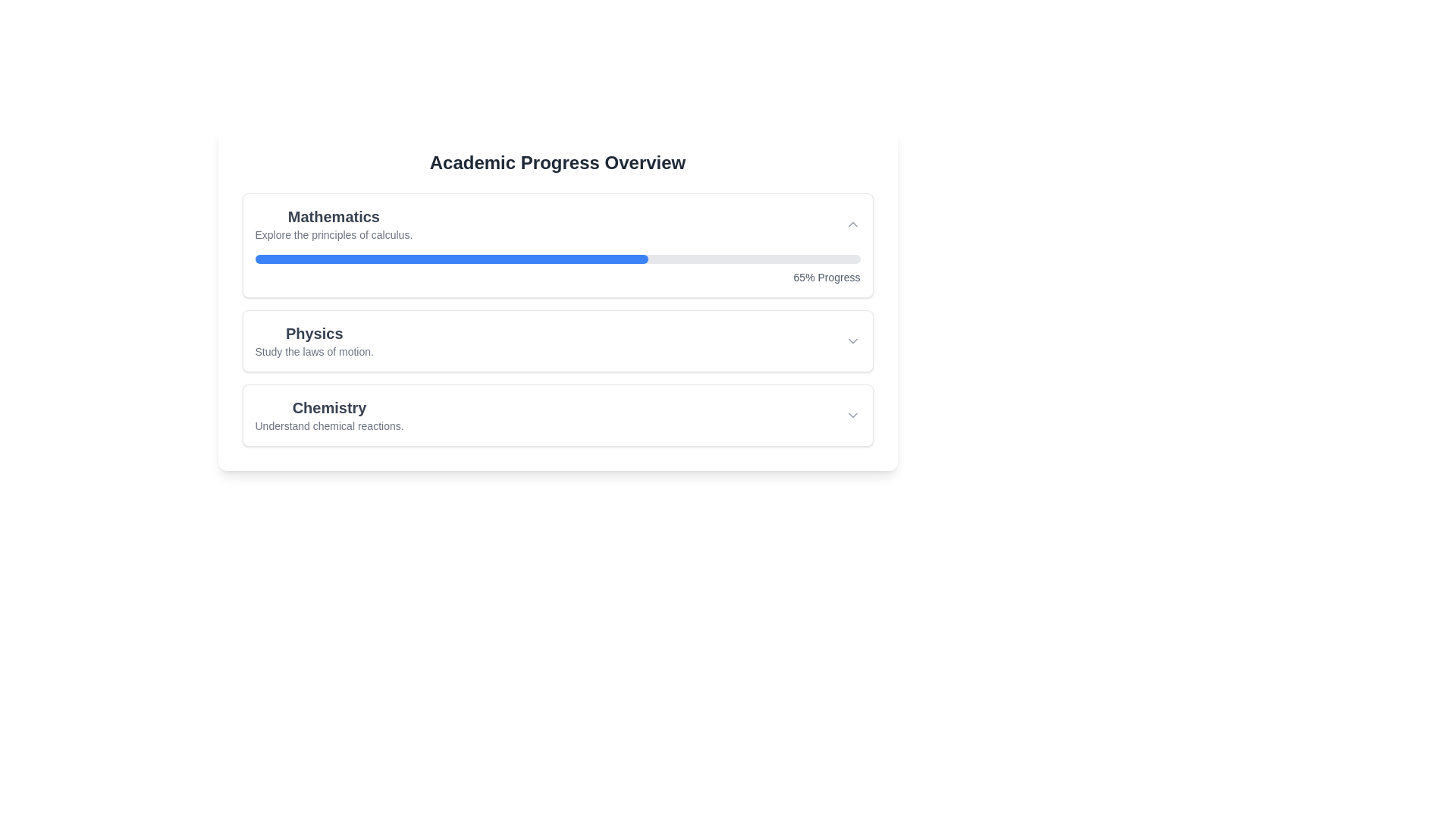  I want to click on the static text displaying 'Understand chemical reactions.' which is positioned below the bold 'Chemistry' heading in the structured list, so click(328, 426).